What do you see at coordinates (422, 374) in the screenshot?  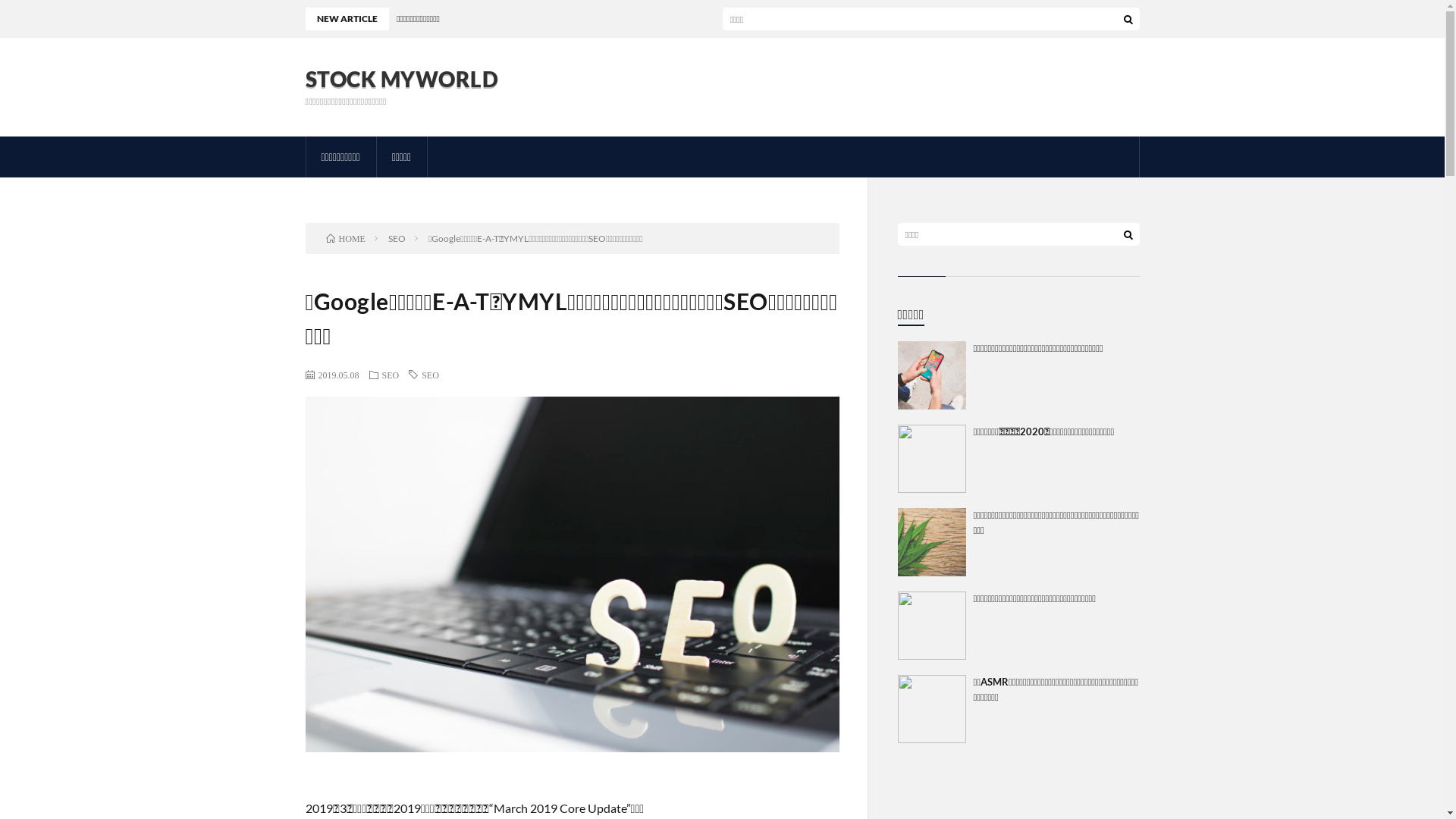 I see `'SEO'` at bounding box center [422, 374].